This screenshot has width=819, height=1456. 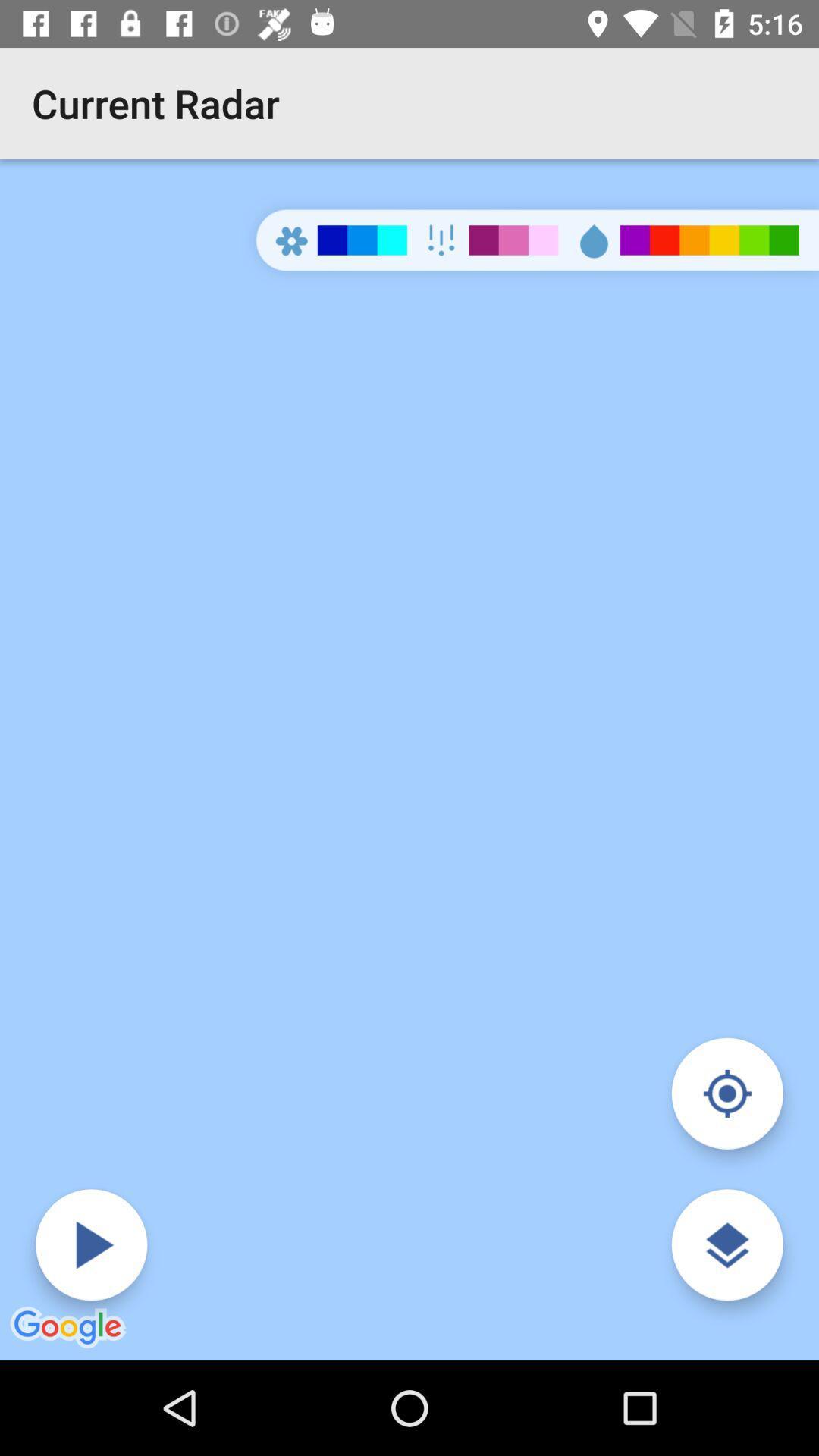 I want to click on the location_crosshair icon, so click(x=726, y=1094).